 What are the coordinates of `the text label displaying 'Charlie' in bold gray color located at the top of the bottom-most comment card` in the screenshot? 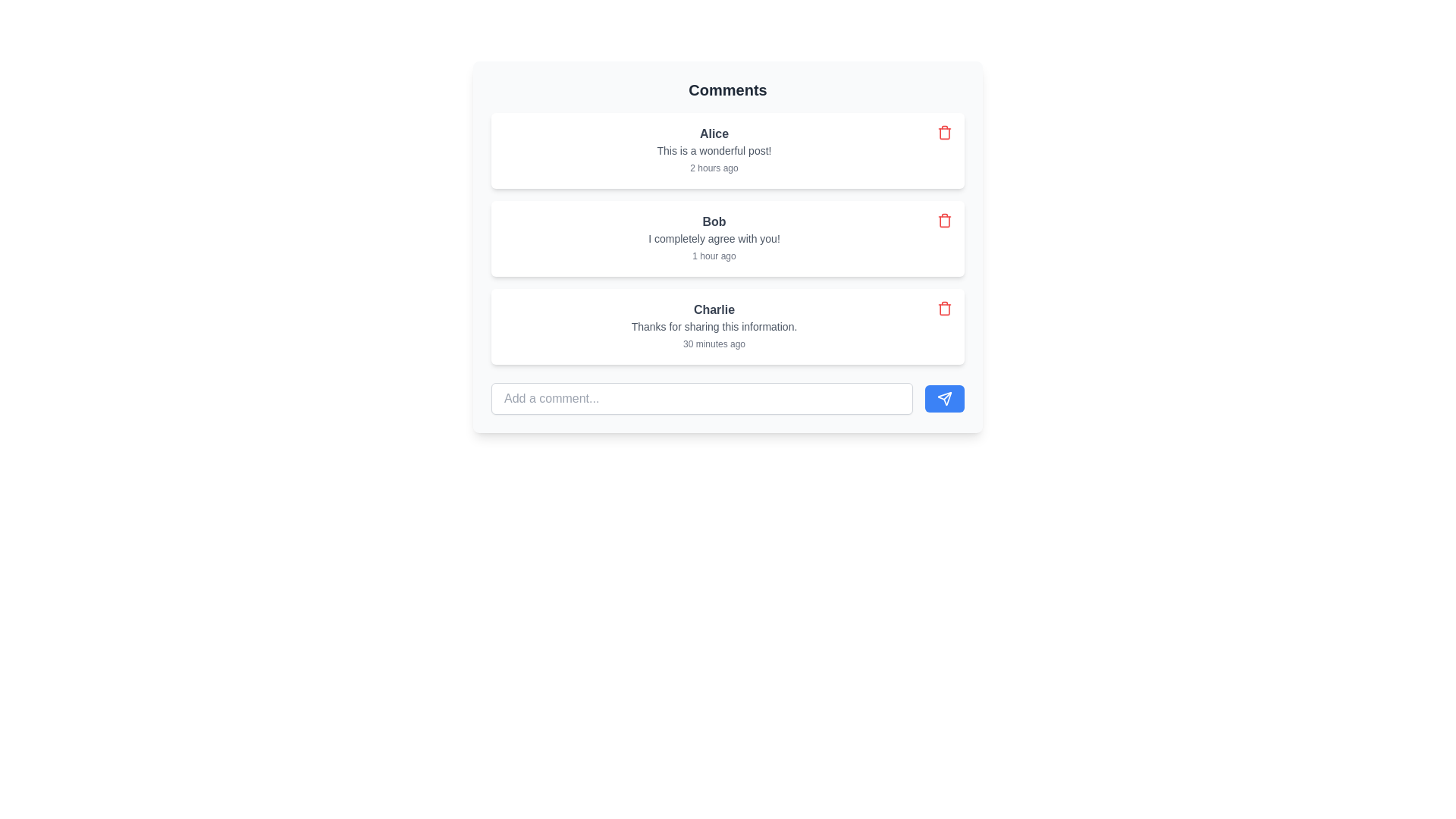 It's located at (713, 309).